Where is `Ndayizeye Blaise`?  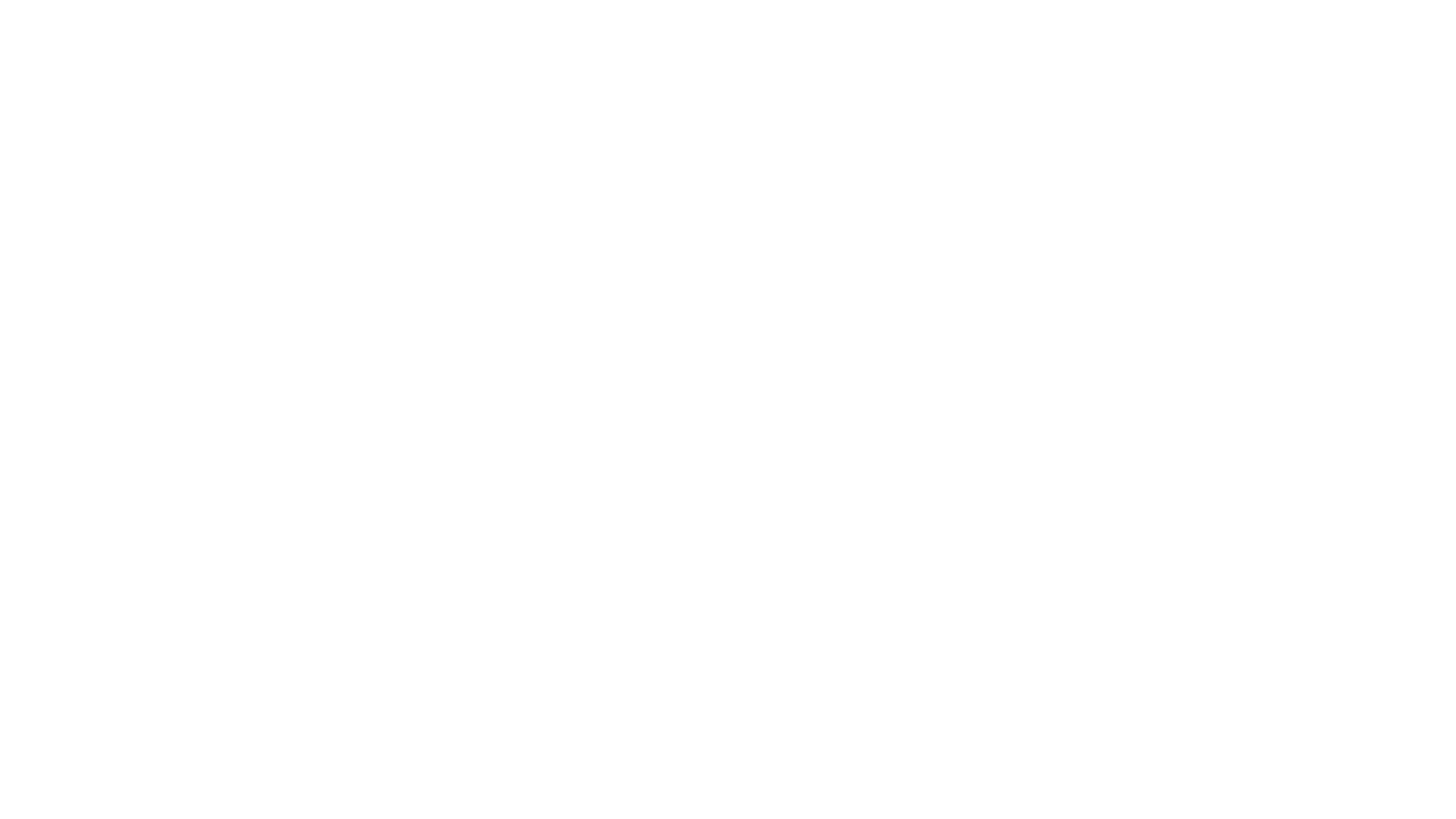 Ndayizeye Blaise is located at coordinates (651, 174).